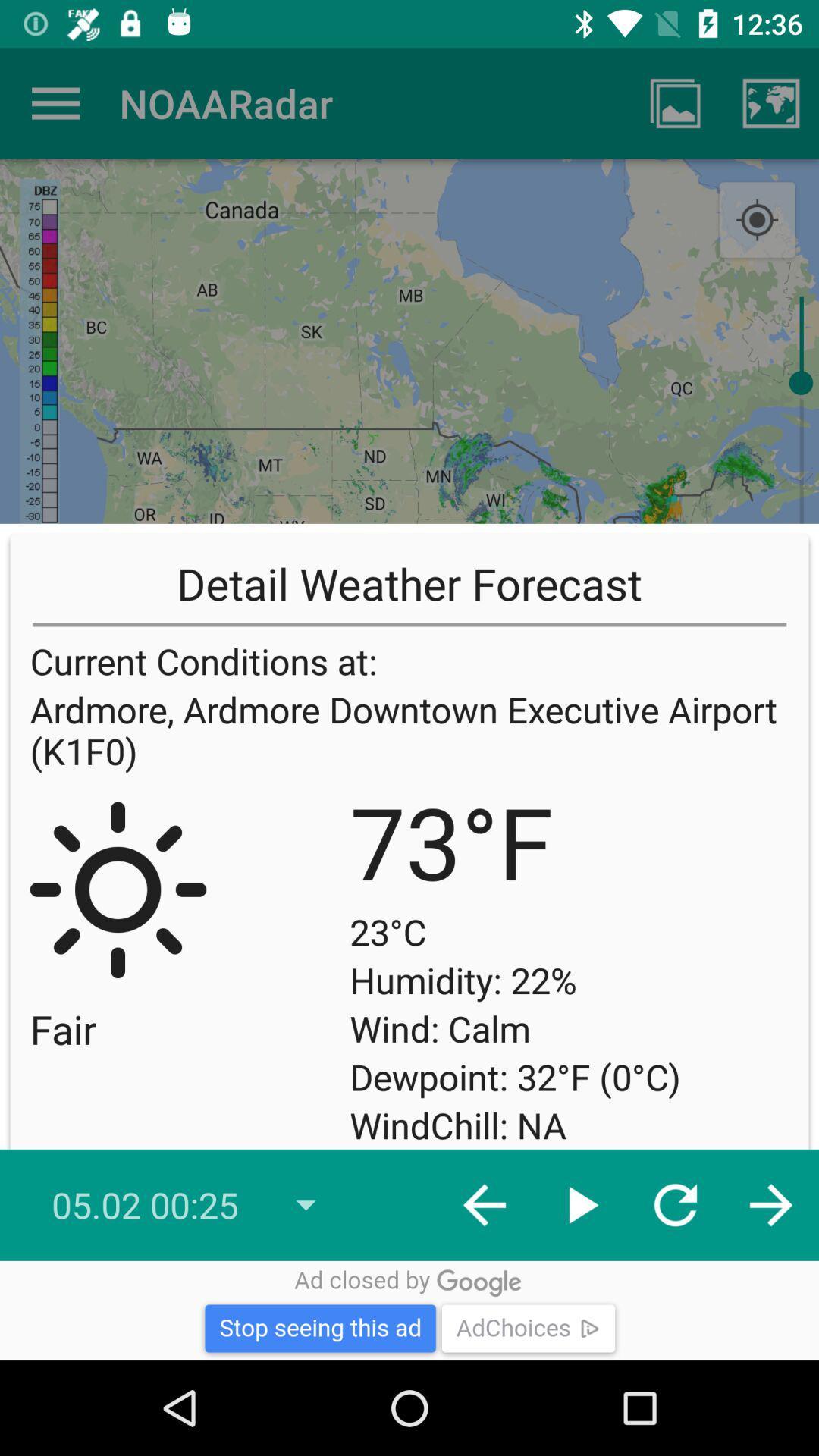 Image resolution: width=819 pixels, height=1456 pixels. What do you see at coordinates (757, 220) in the screenshot?
I see `the location_crosshair icon` at bounding box center [757, 220].